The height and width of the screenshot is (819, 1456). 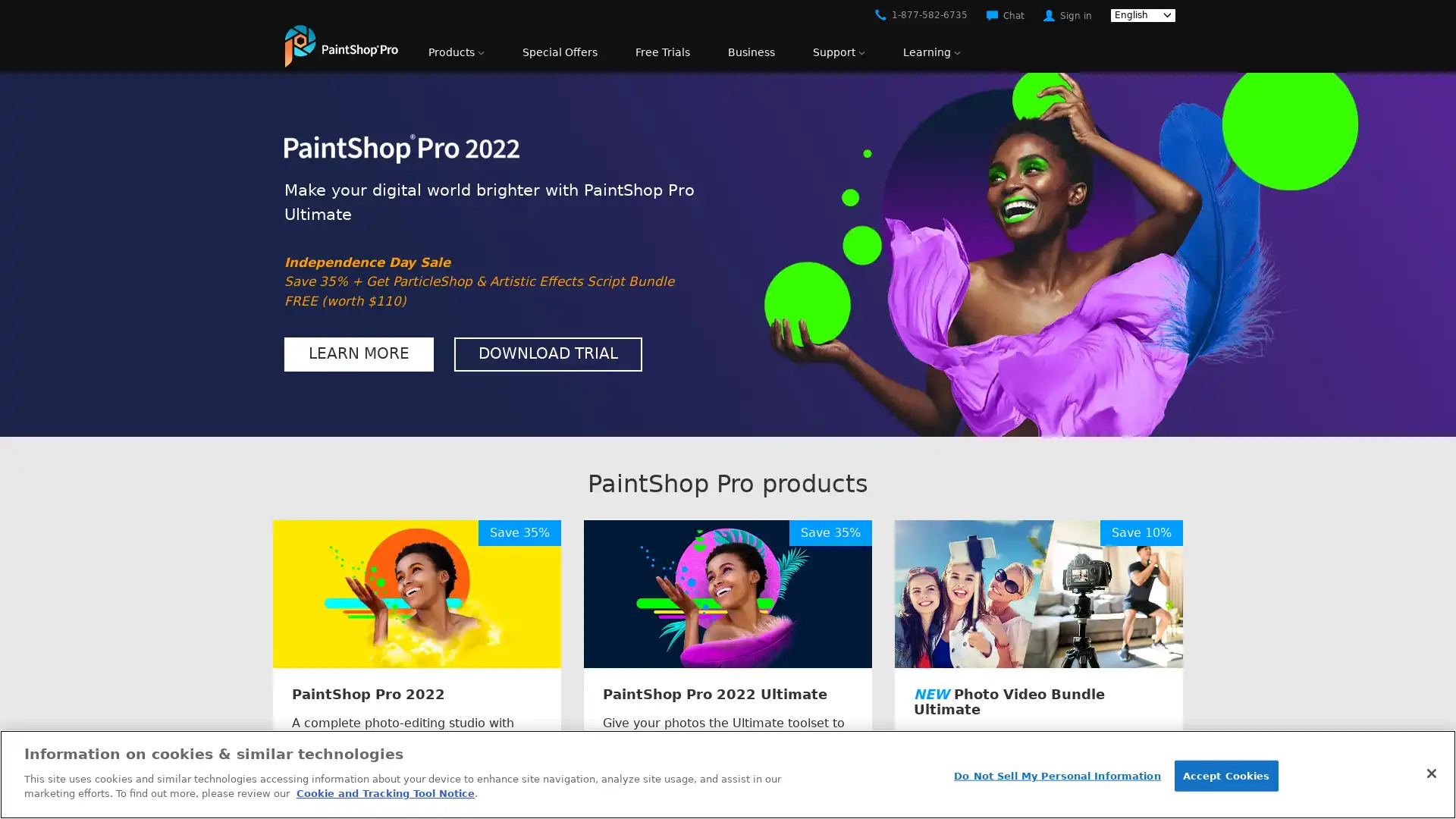 What do you see at coordinates (358, 353) in the screenshot?
I see `LEARN MORE` at bounding box center [358, 353].